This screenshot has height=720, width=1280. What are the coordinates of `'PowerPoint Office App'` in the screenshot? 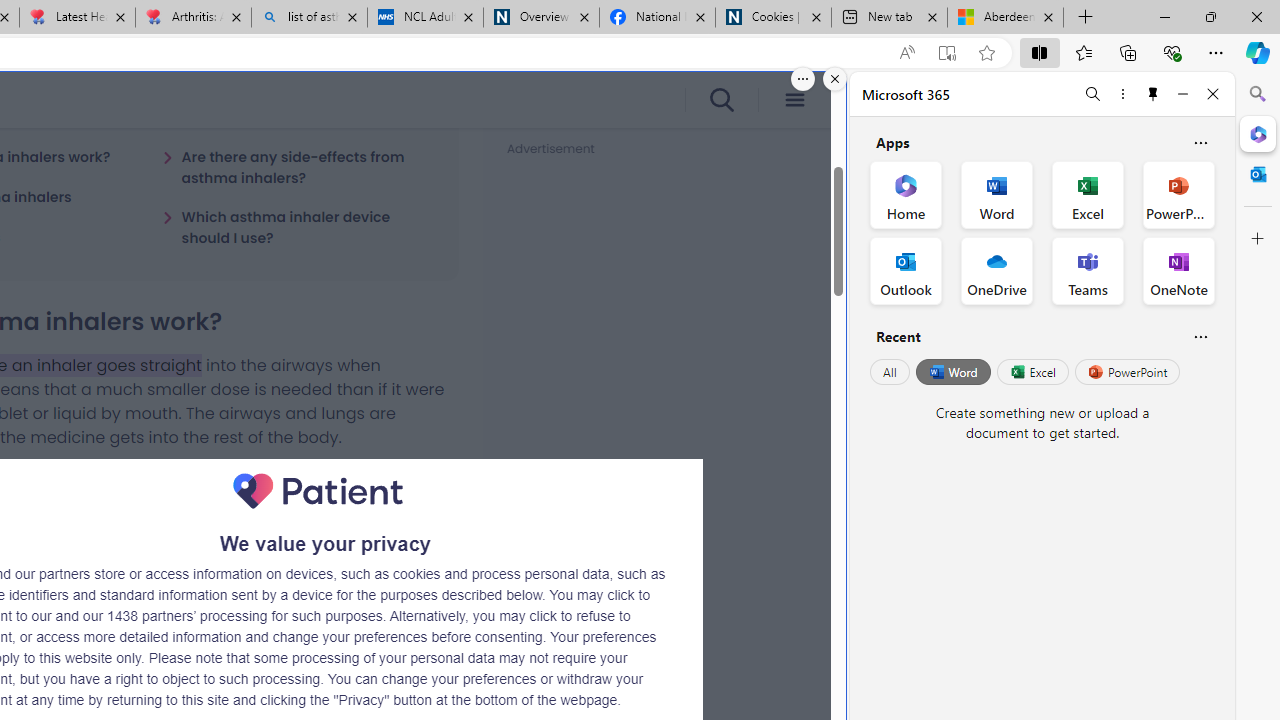 It's located at (1178, 195).